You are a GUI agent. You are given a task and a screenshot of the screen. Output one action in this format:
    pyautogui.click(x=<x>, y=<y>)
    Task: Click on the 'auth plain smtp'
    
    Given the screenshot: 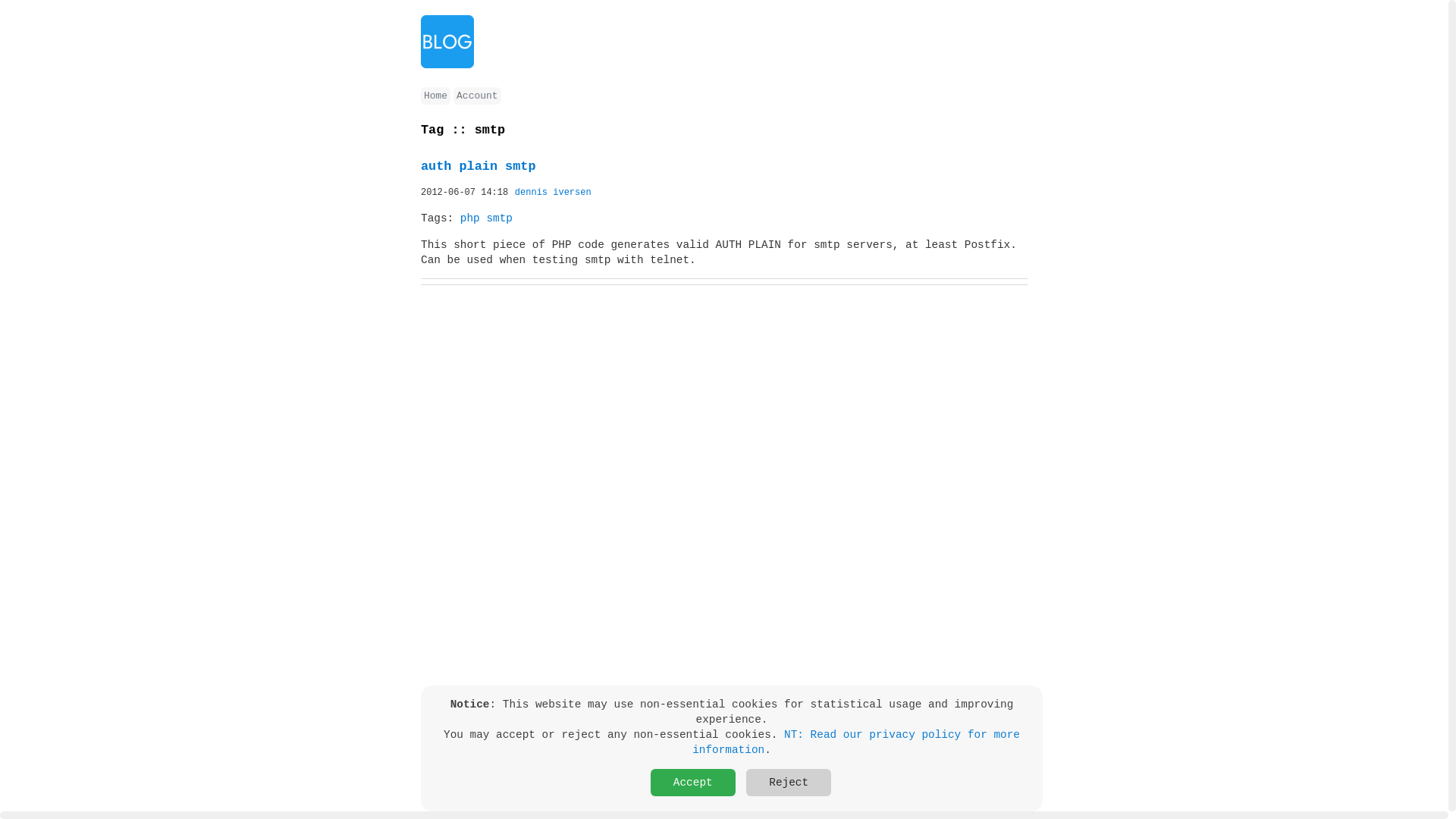 What is the action you would take?
    pyautogui.click(x=477, y=166)
    